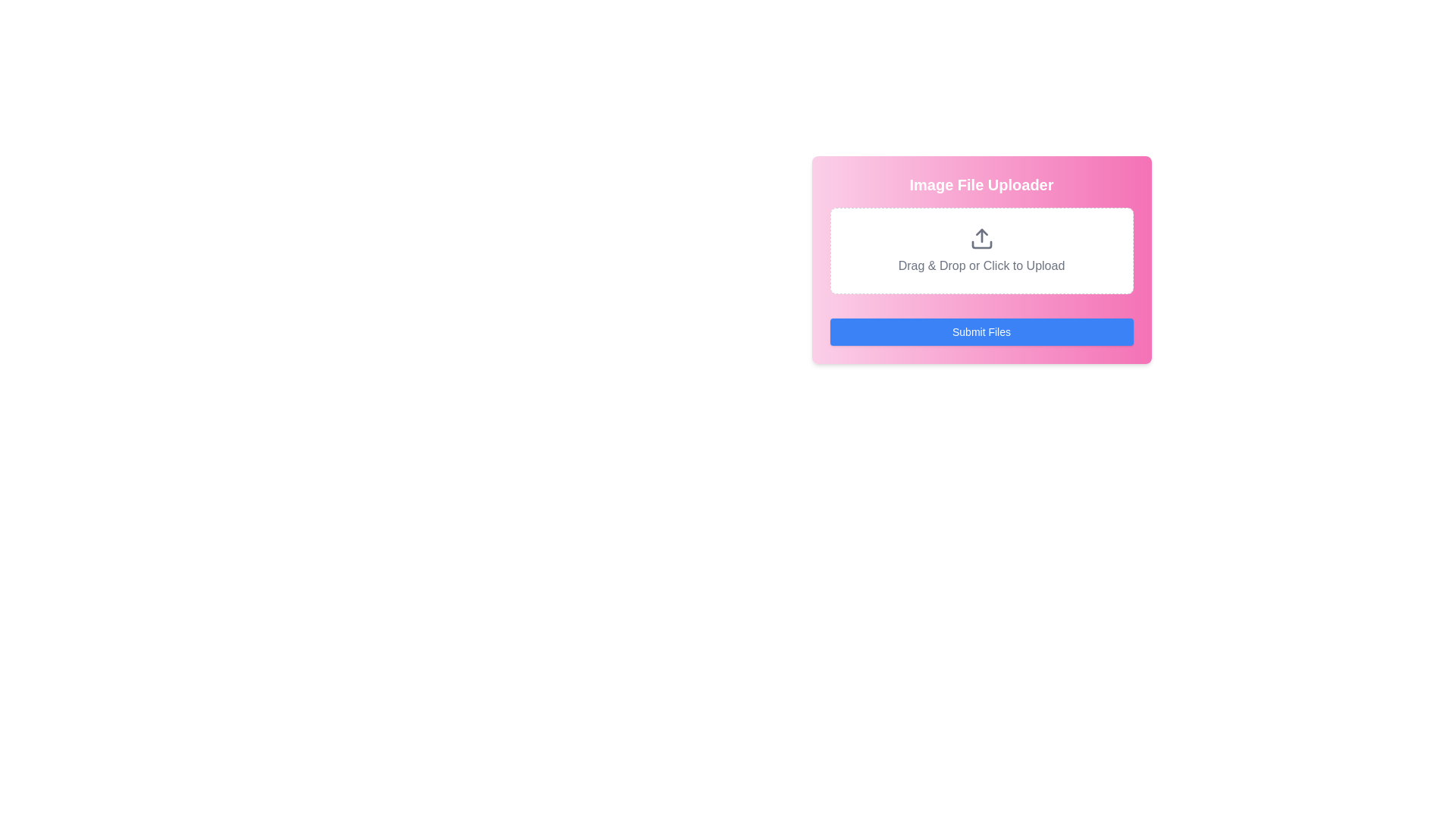  Describe the element at coordinates (981, 239) in the screenshot. I see `the upward arrow icon inside a square with rounded corners, located near the top-center of the 'Drag & Drop or Click to Upload' section` at that location.